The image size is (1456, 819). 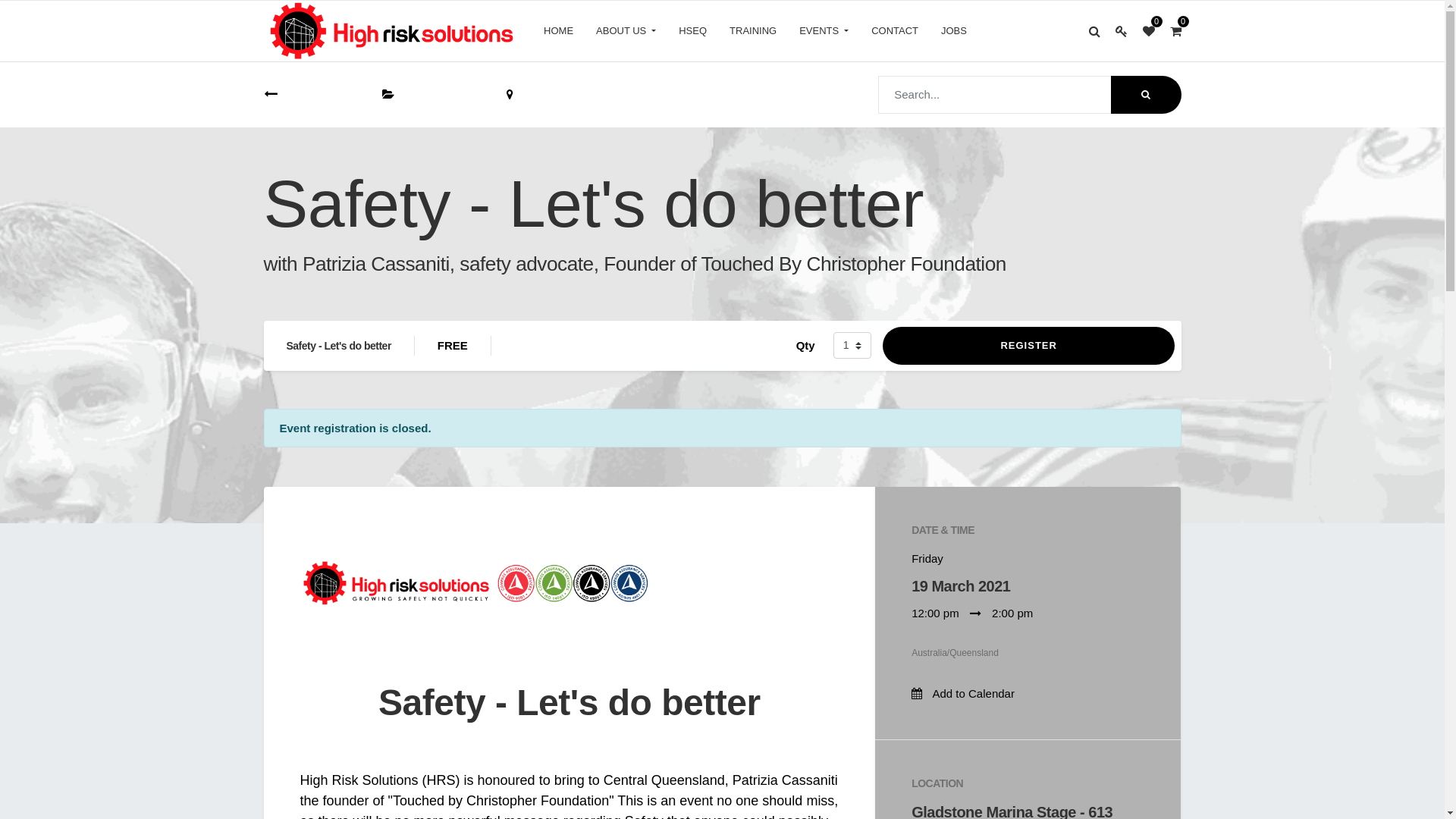 I want to click on 'HSEQ', so click(x=692, y=31).